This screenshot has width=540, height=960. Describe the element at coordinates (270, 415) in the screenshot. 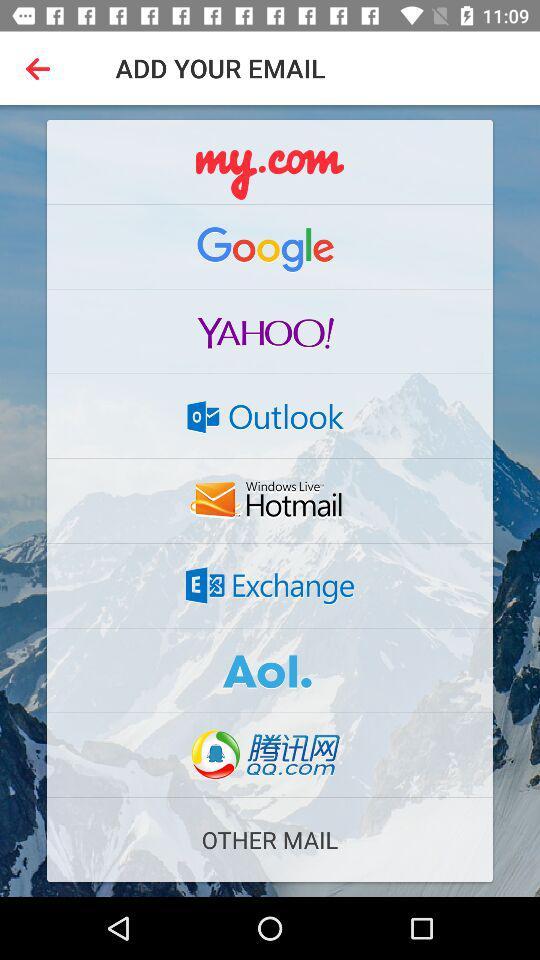

I see `outlook` at that location.